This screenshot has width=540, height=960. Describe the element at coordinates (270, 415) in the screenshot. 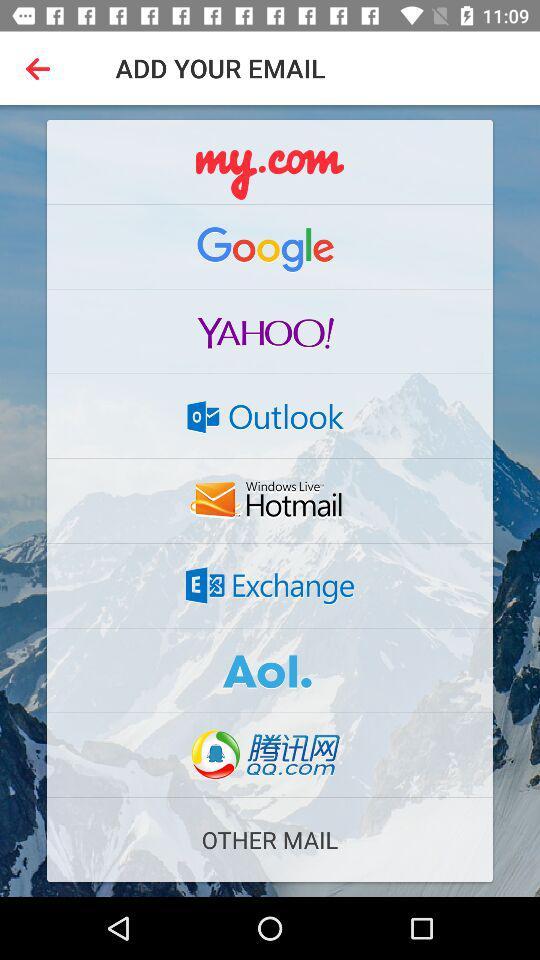

I see `outlook` at that location.